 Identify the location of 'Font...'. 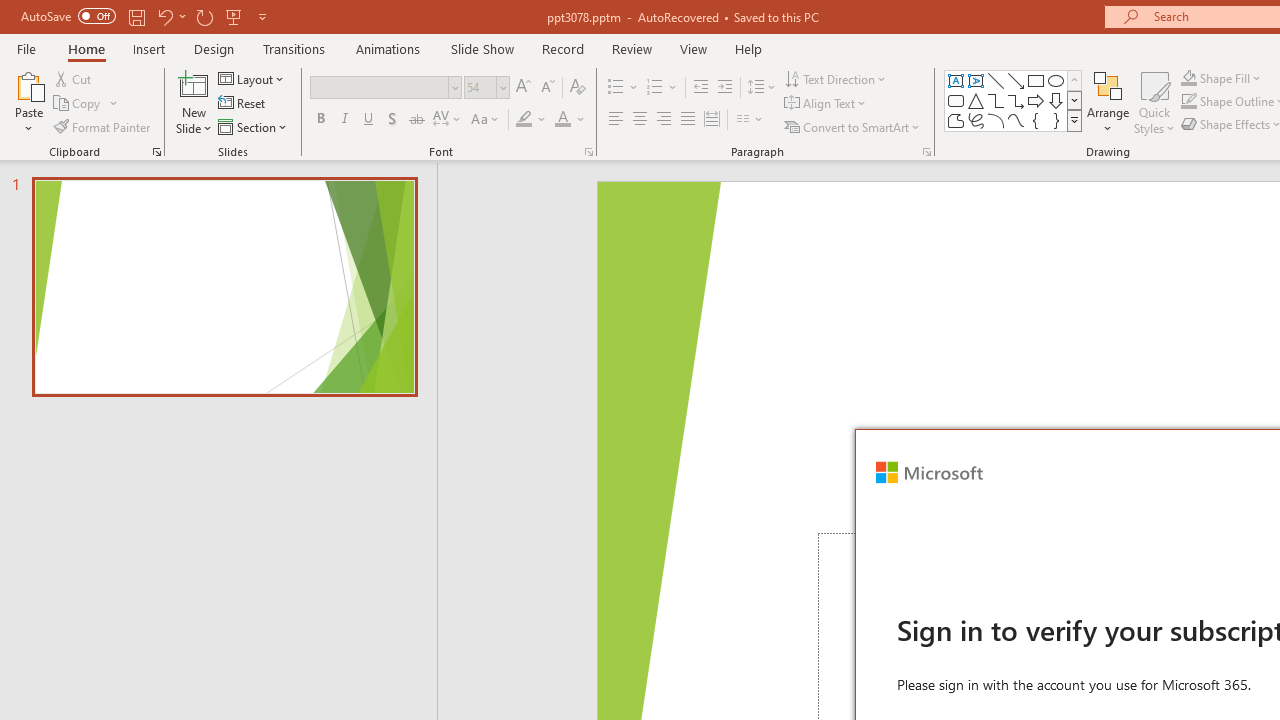
(587, 150).